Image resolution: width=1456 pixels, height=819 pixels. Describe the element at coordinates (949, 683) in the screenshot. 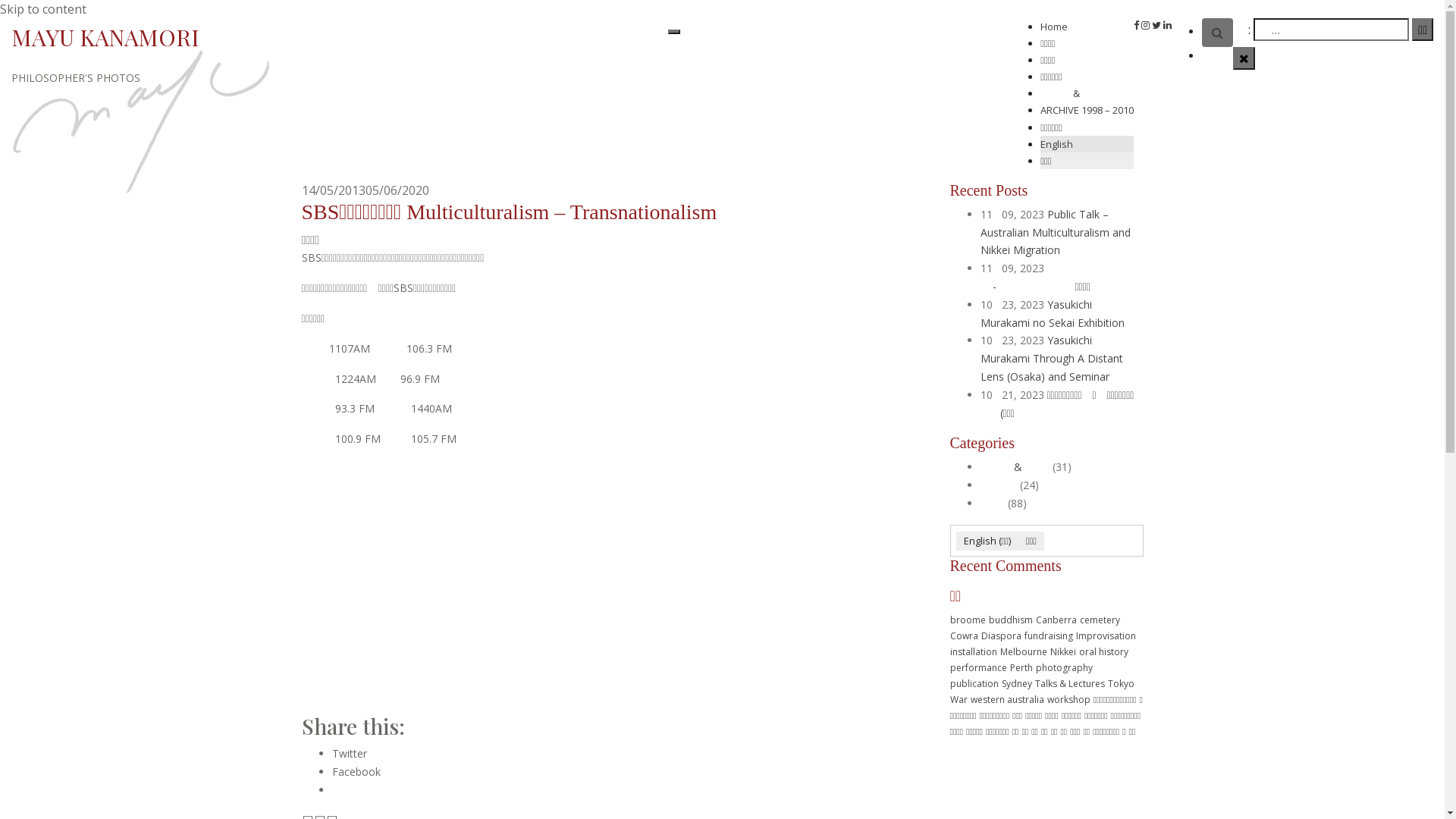

I see `'publication'` at that location.